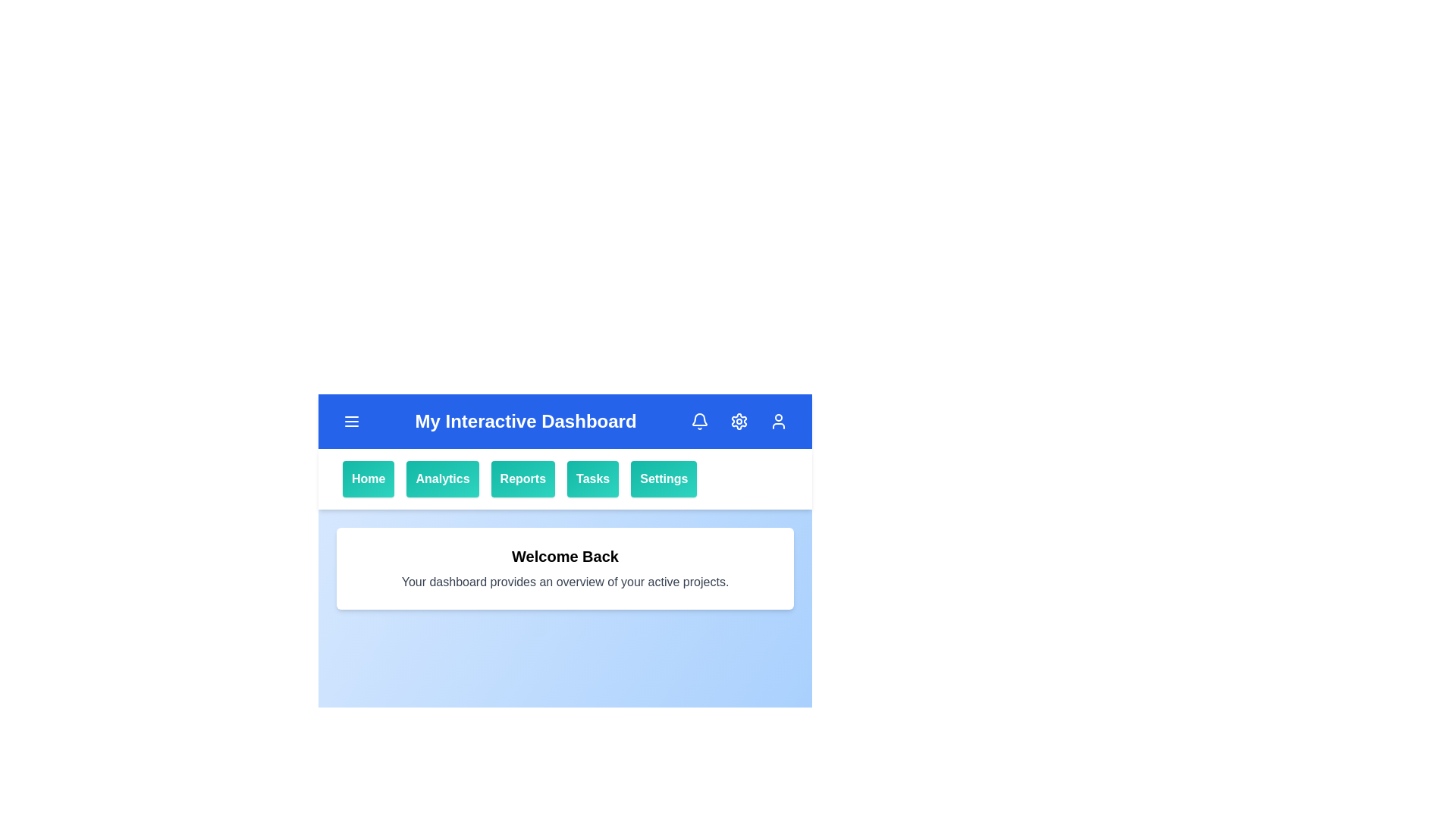 The image size is (1456, 819). I want to click on the Analytics button in the navigation bar, so click(442, 479).